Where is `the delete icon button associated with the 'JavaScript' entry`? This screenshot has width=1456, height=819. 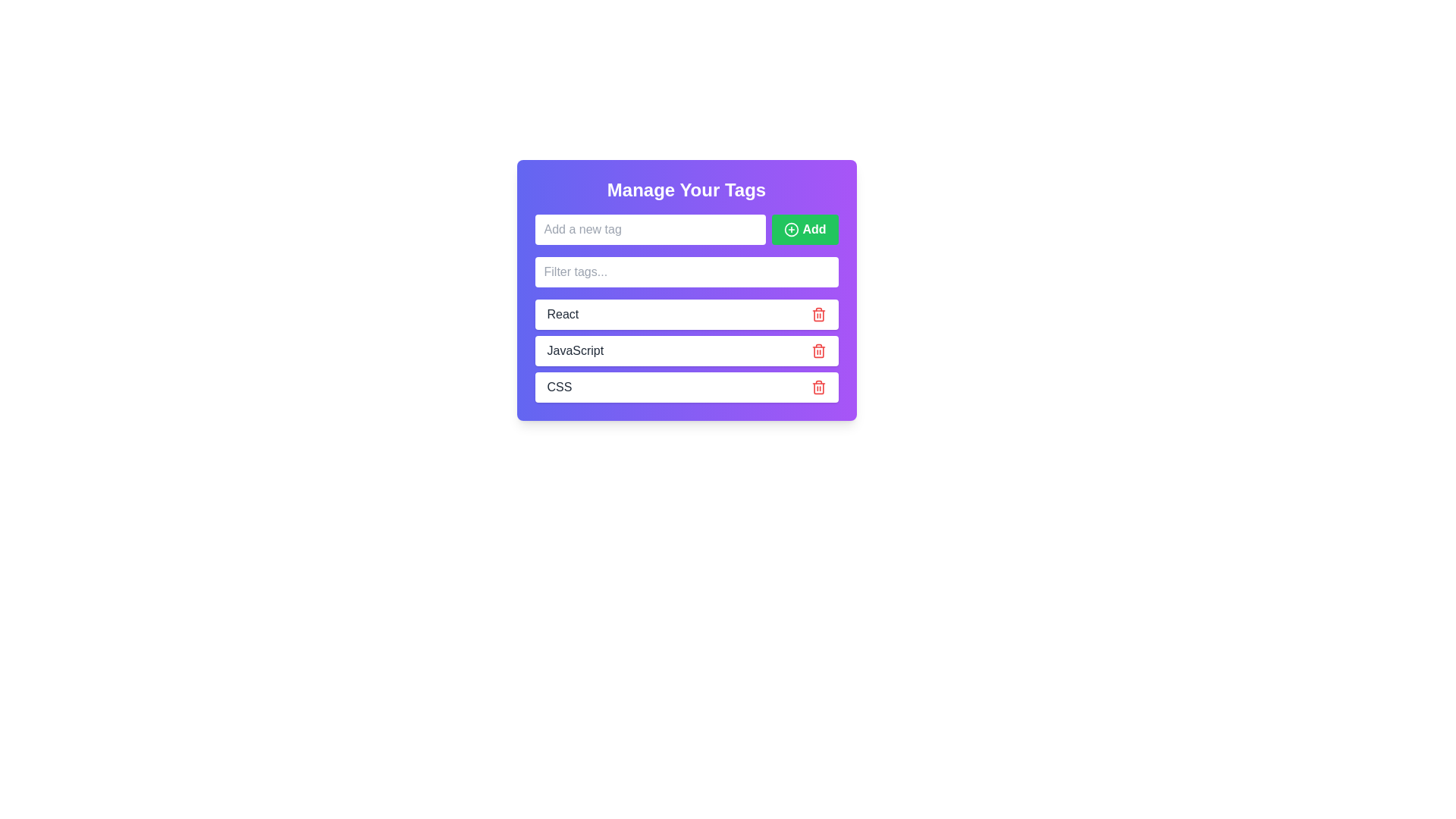 the delete icon button associated with the 'JavaScript' entry is located at coordinates (817, 350).